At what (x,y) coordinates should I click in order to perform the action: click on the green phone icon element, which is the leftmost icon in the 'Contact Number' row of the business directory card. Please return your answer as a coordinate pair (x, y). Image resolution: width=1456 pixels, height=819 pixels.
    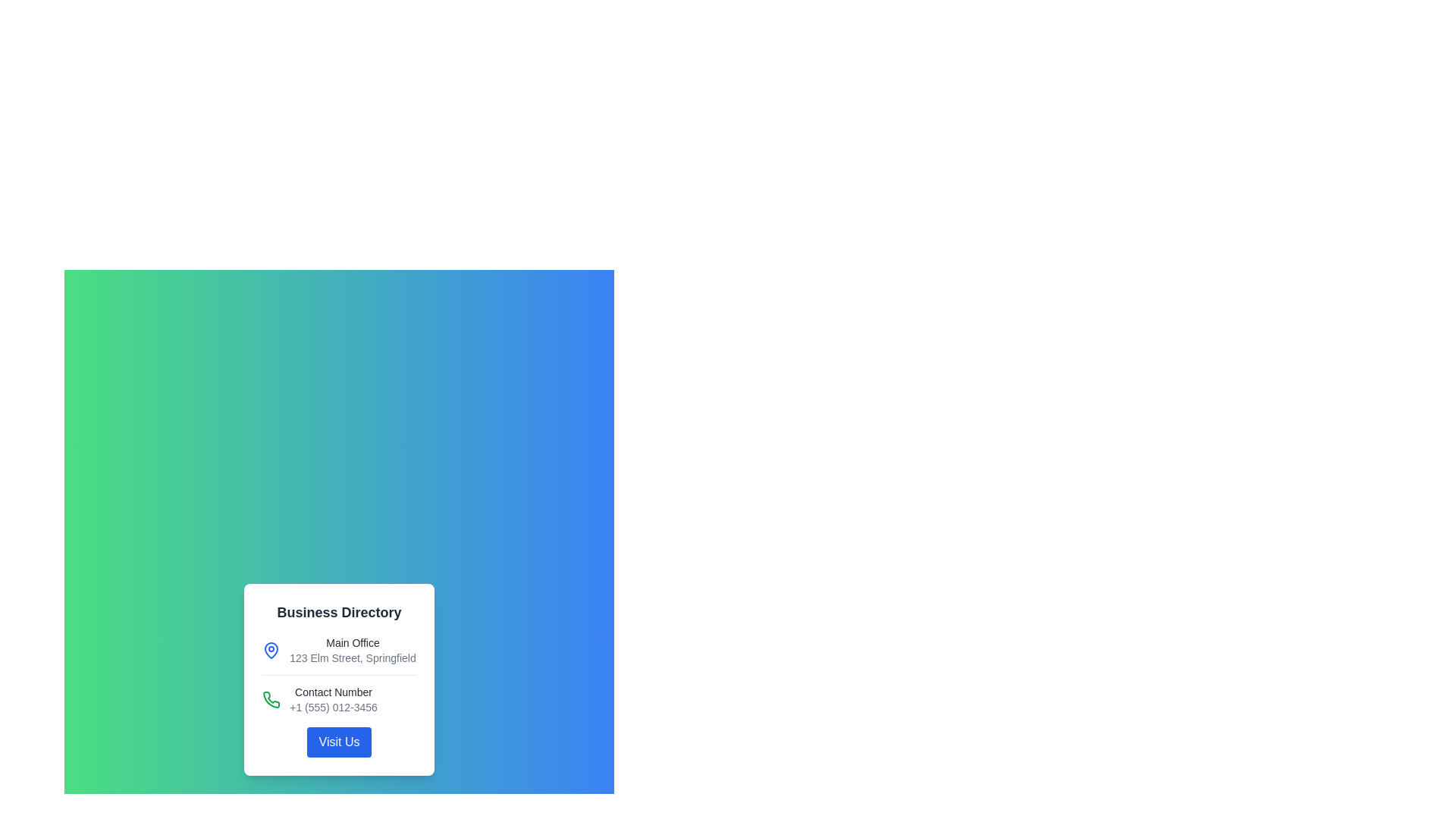
    Looking at the image, I should click on (271, 699).